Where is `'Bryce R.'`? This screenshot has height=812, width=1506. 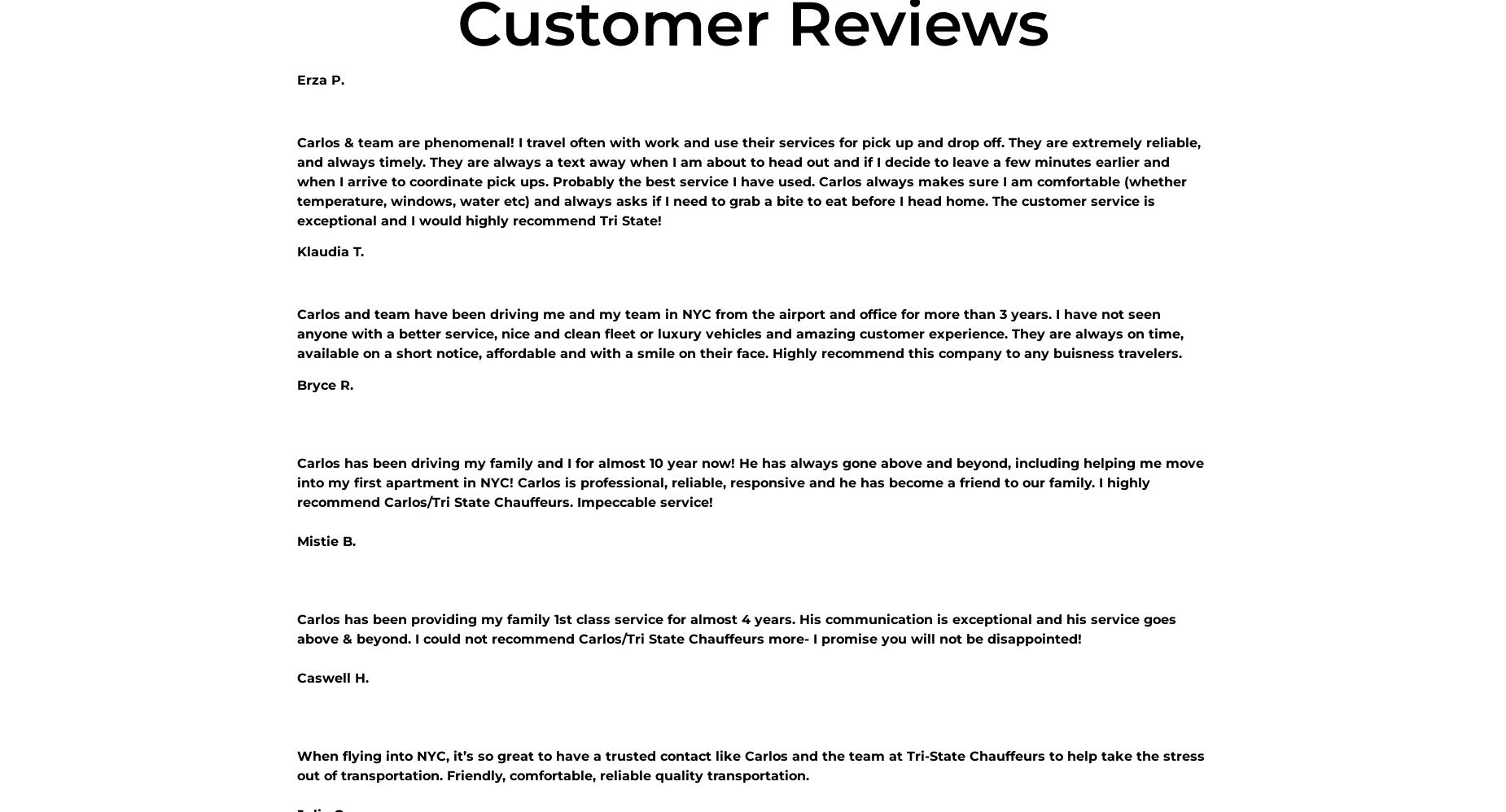 'Bryce R.' is located at coordinates (324, 383).